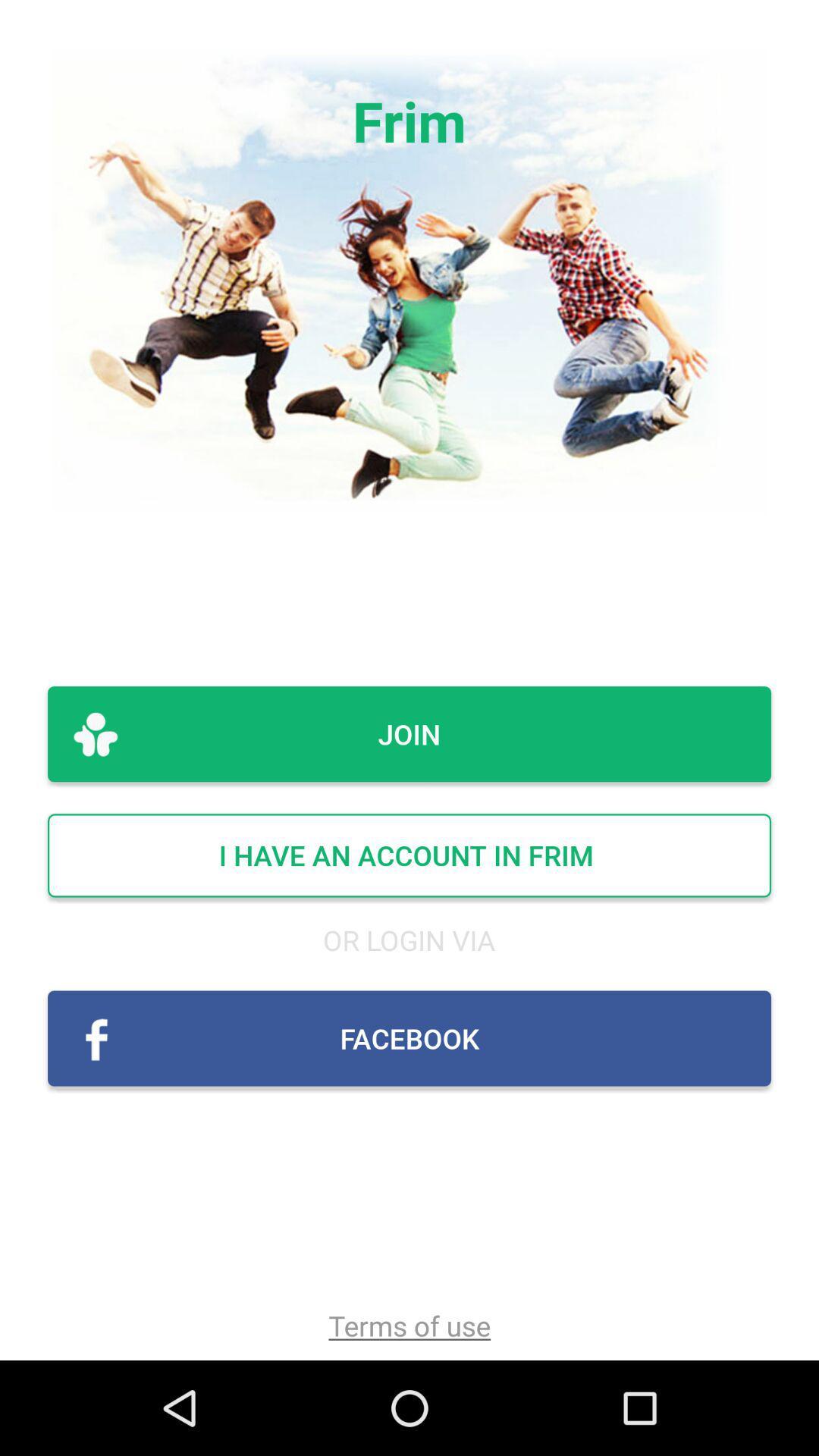 The image size is (819, 1456). Describe the element at coordinates (409, 734) in the screenshot. I see `join` at that location.